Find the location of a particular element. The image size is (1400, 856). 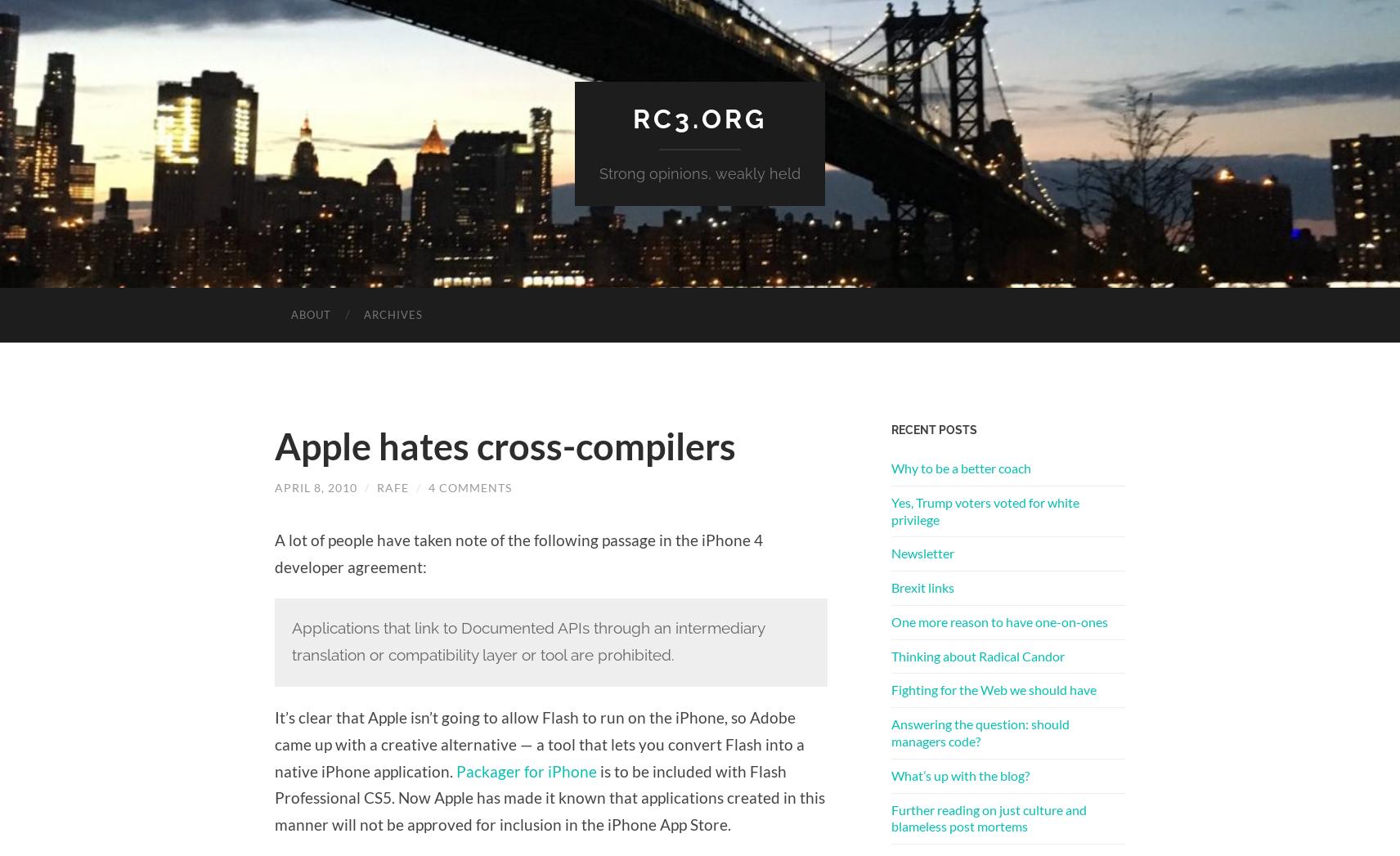

'Answering the question: should managers code?' is located at coordinates (980, 732).